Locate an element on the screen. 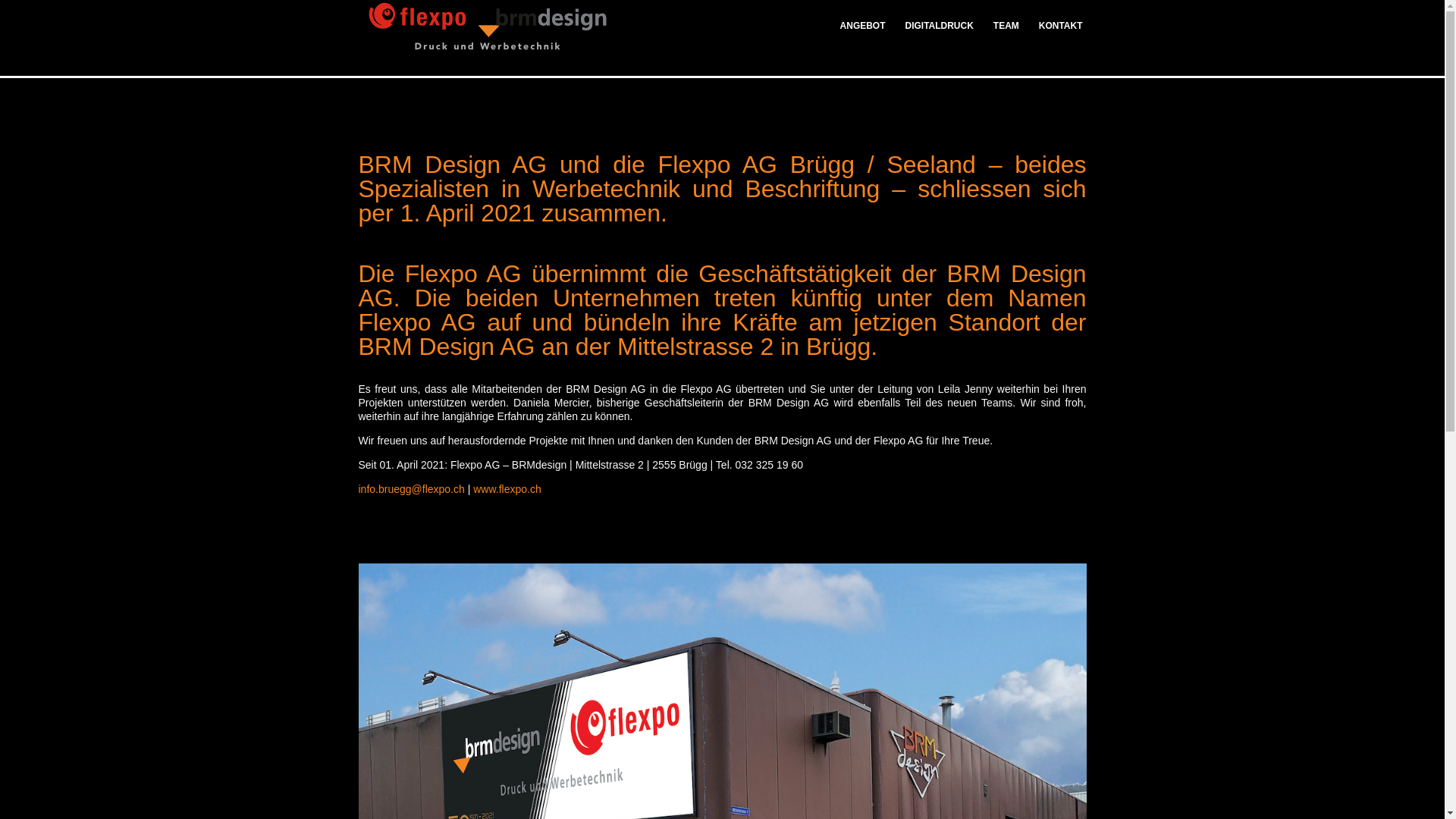 This screenshot has height=819, width=1456. 'DIGITALDRUCK' is located at coordinates (895, 36).